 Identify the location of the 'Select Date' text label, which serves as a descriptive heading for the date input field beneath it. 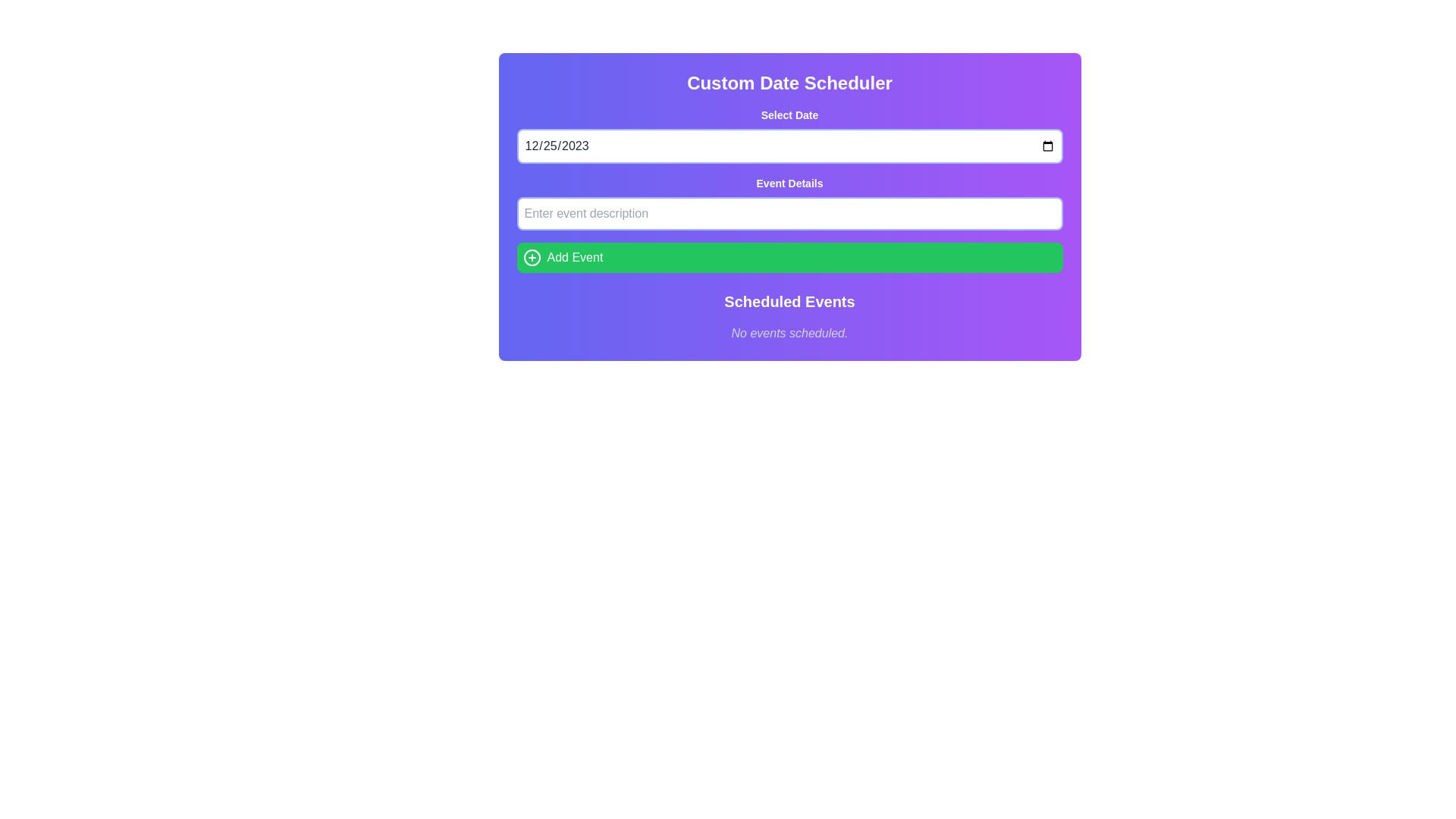
(789, 114).